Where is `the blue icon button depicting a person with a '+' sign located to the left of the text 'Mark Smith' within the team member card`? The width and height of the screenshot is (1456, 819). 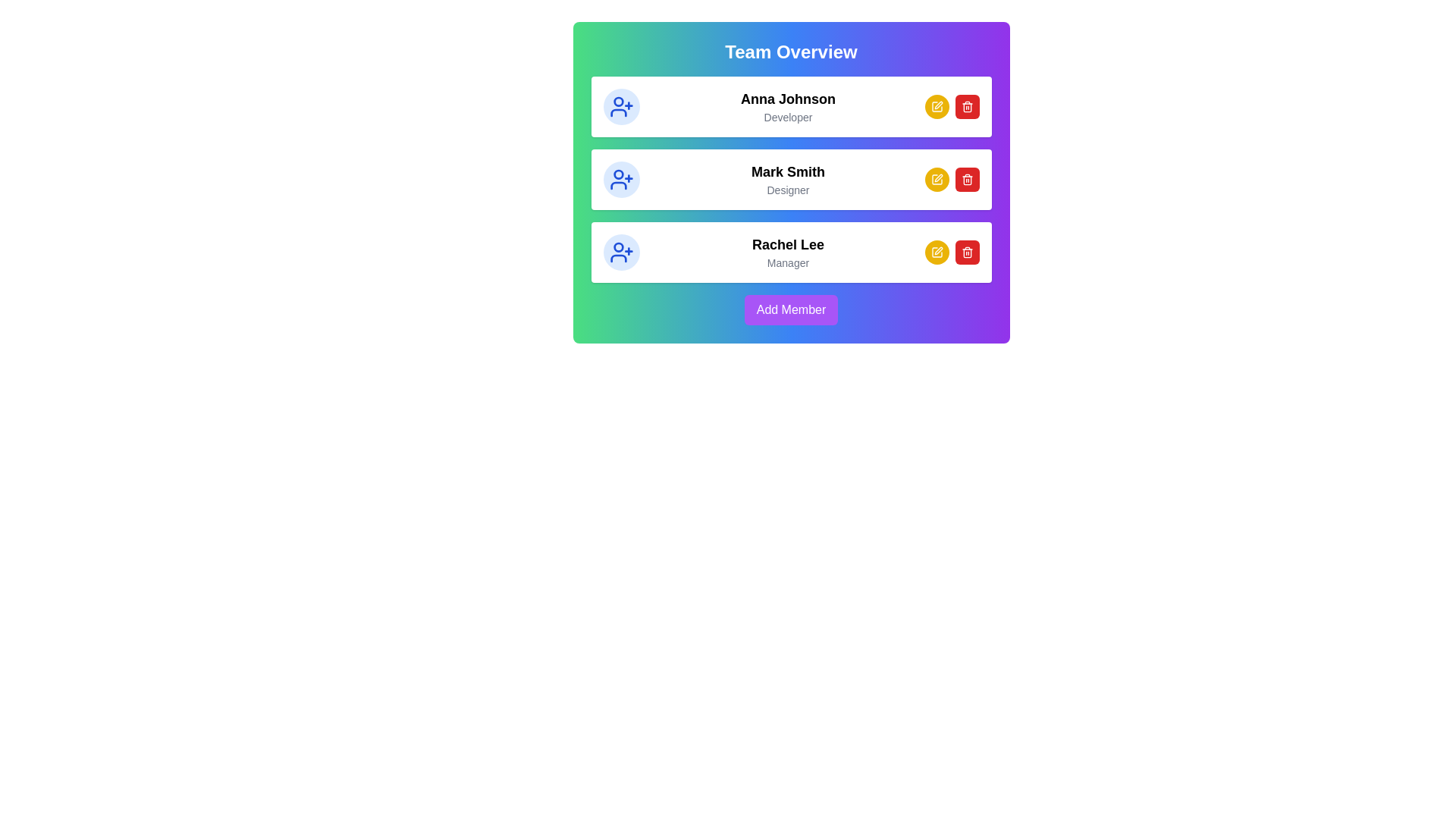 the blue icon button depicting a person with a '+' sign located to the left of the text 'Mark Smith' within the team member card is located at coordinates (621, 178).